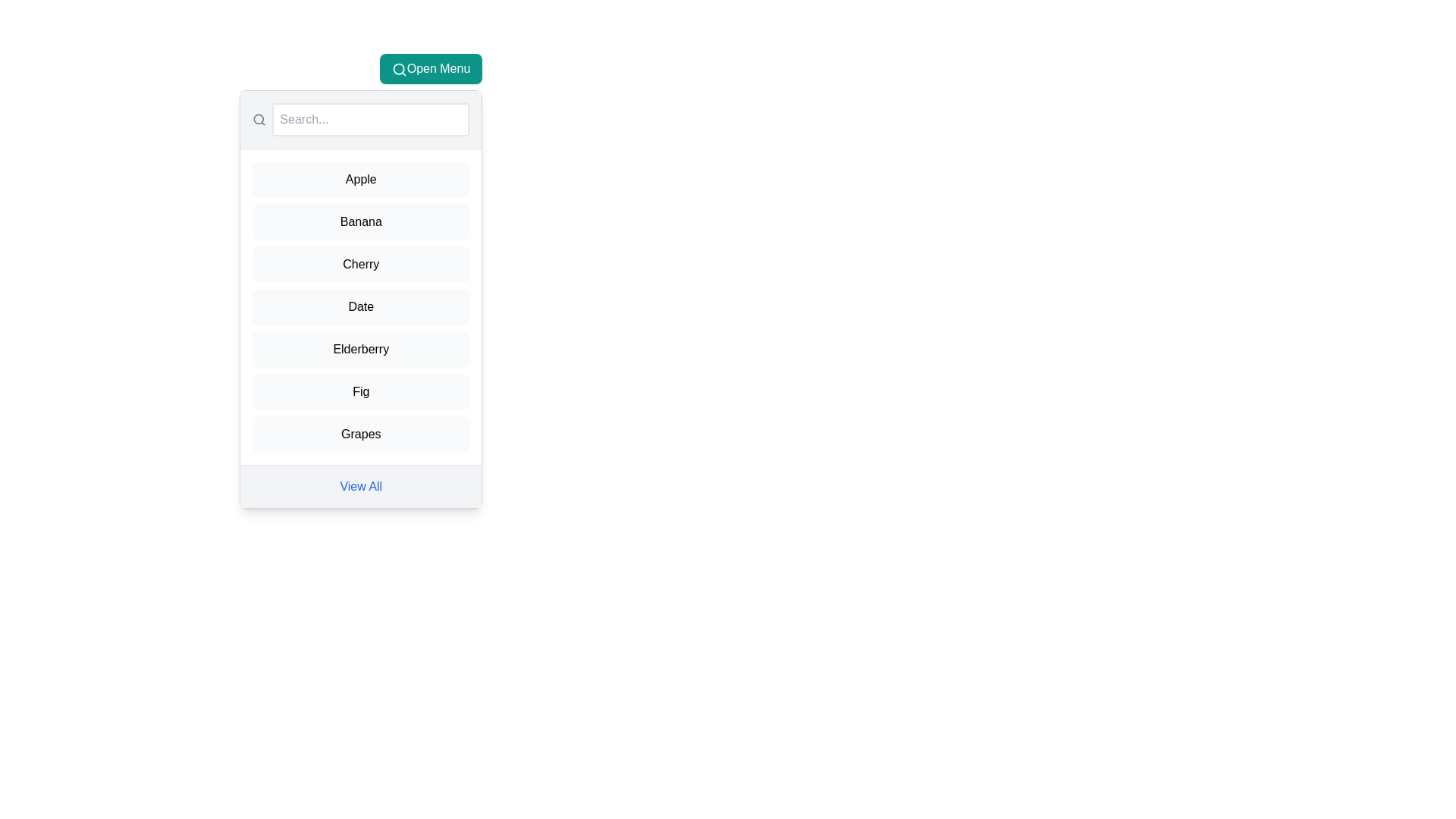 Image resolution: width=1456 pixels, height=819 pixels. Describe the element at coordinates (360, 263) in the screenshot. I see `the selectable item labeled 'Cherry' in the vertically arranged list` at that location.